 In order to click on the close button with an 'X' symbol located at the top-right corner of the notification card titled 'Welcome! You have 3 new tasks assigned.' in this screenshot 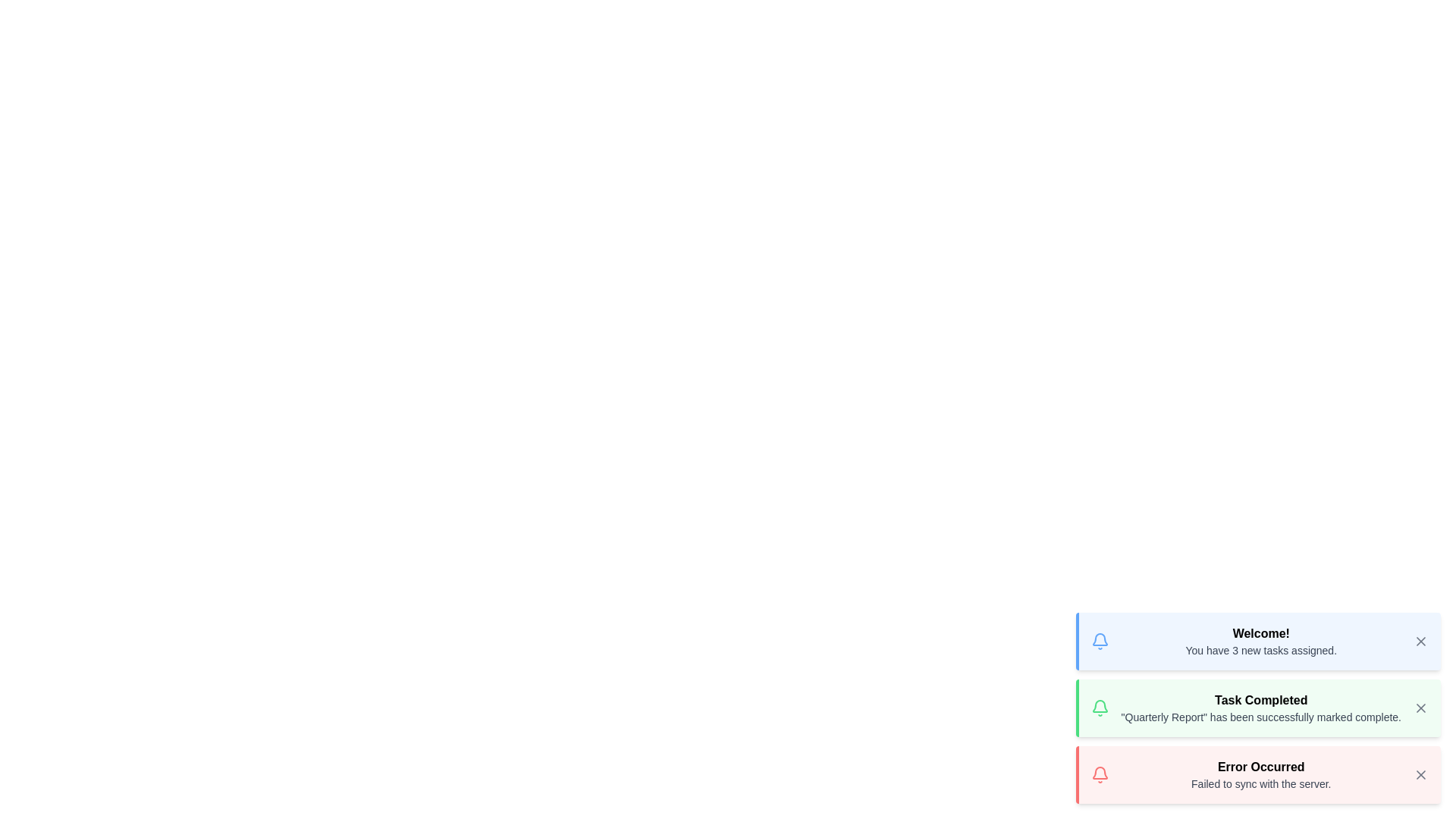, I will do `click(1420, 641)`.